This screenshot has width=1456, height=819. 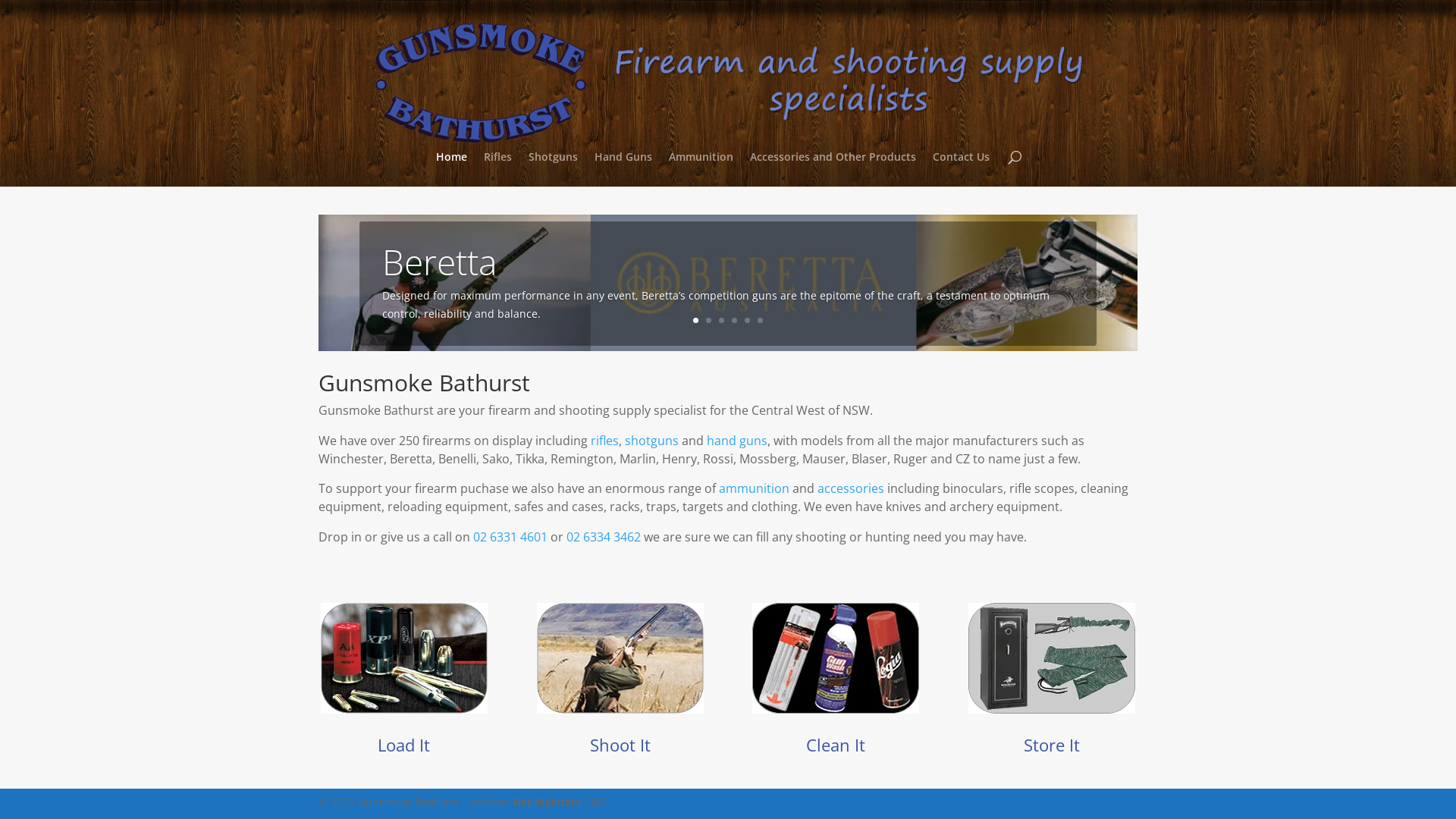 What do you see at coordinates (734, 319) in the screenshot?
I see `'4'` at bounding box center [734, 319].